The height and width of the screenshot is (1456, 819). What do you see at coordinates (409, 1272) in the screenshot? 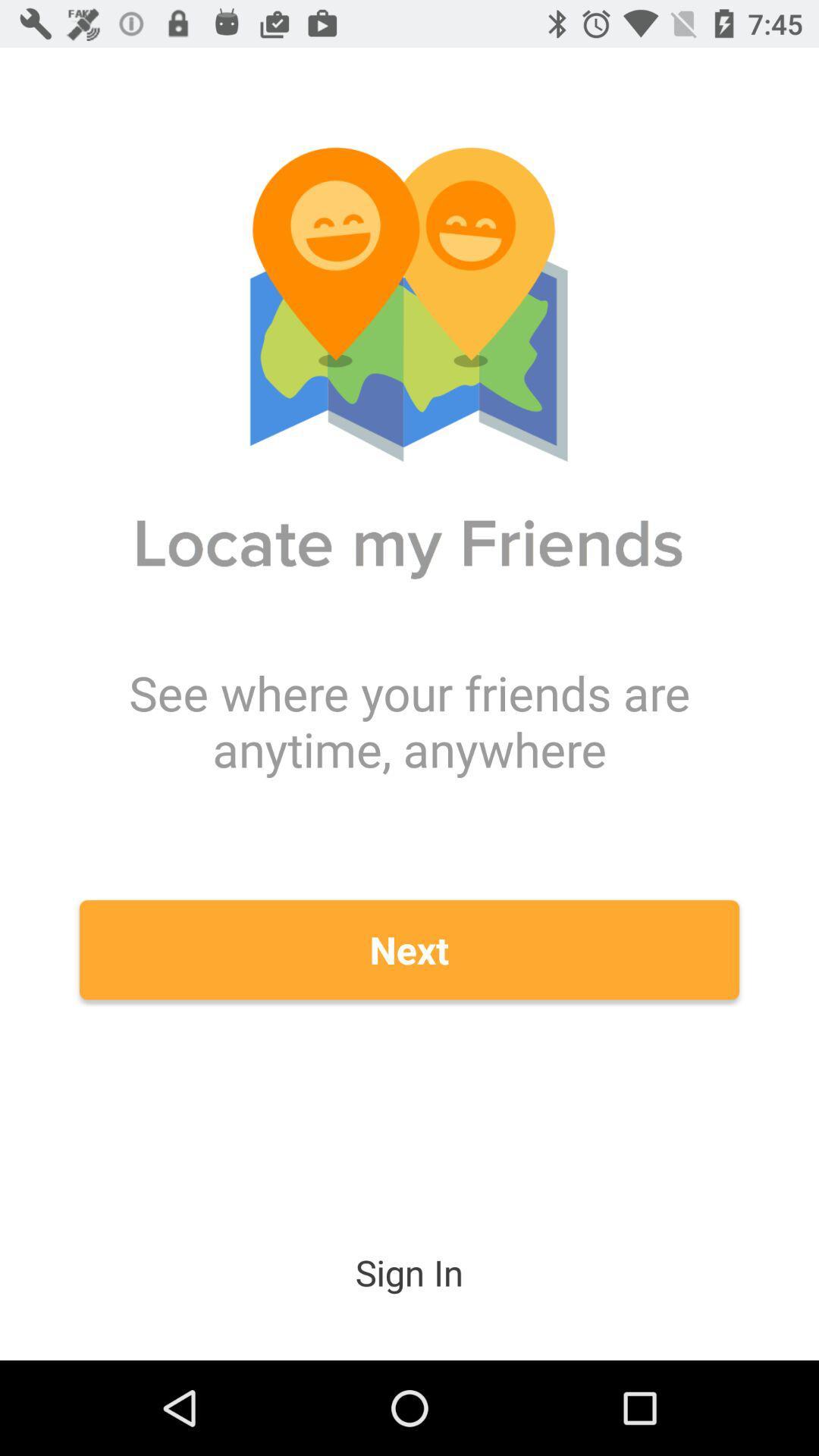
I see `the sign in` at bounding box center [409, 1272].